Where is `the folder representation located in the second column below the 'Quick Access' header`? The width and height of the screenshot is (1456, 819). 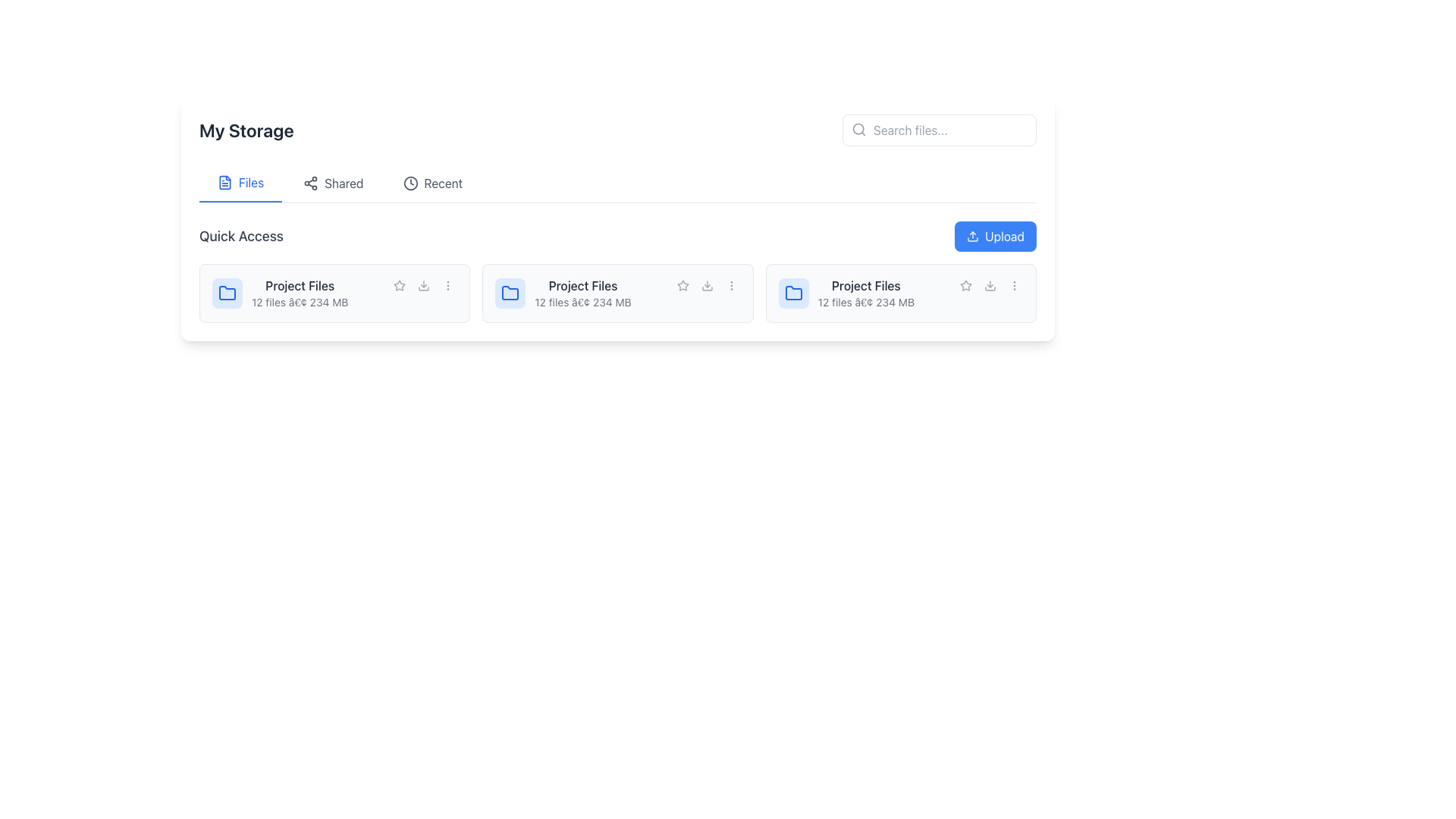 the folder representation located in the second column below the 'Quick Access' header is located at coordinates (846, 293).